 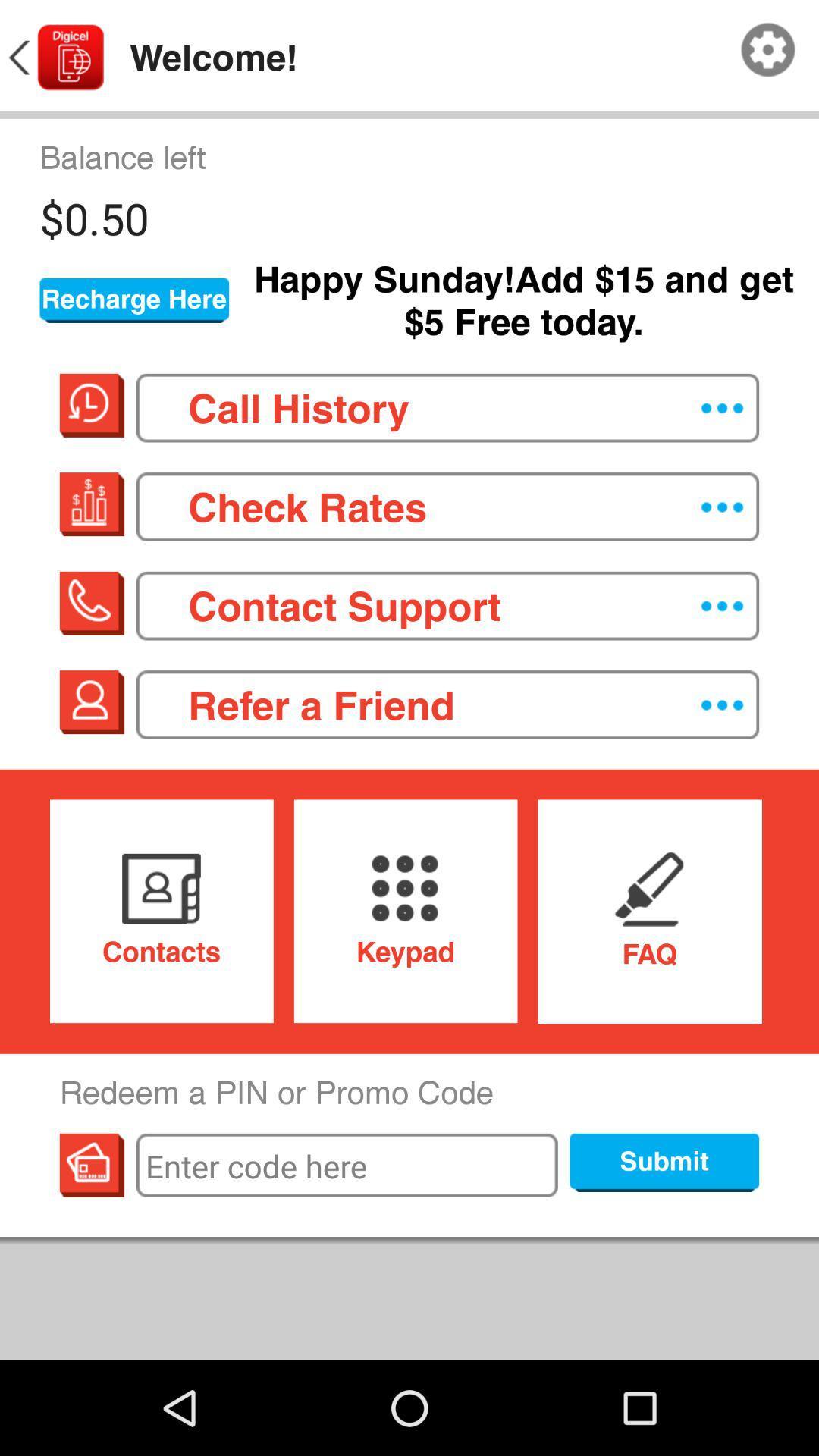 I want to click on settings, so click(x=768, y=50).